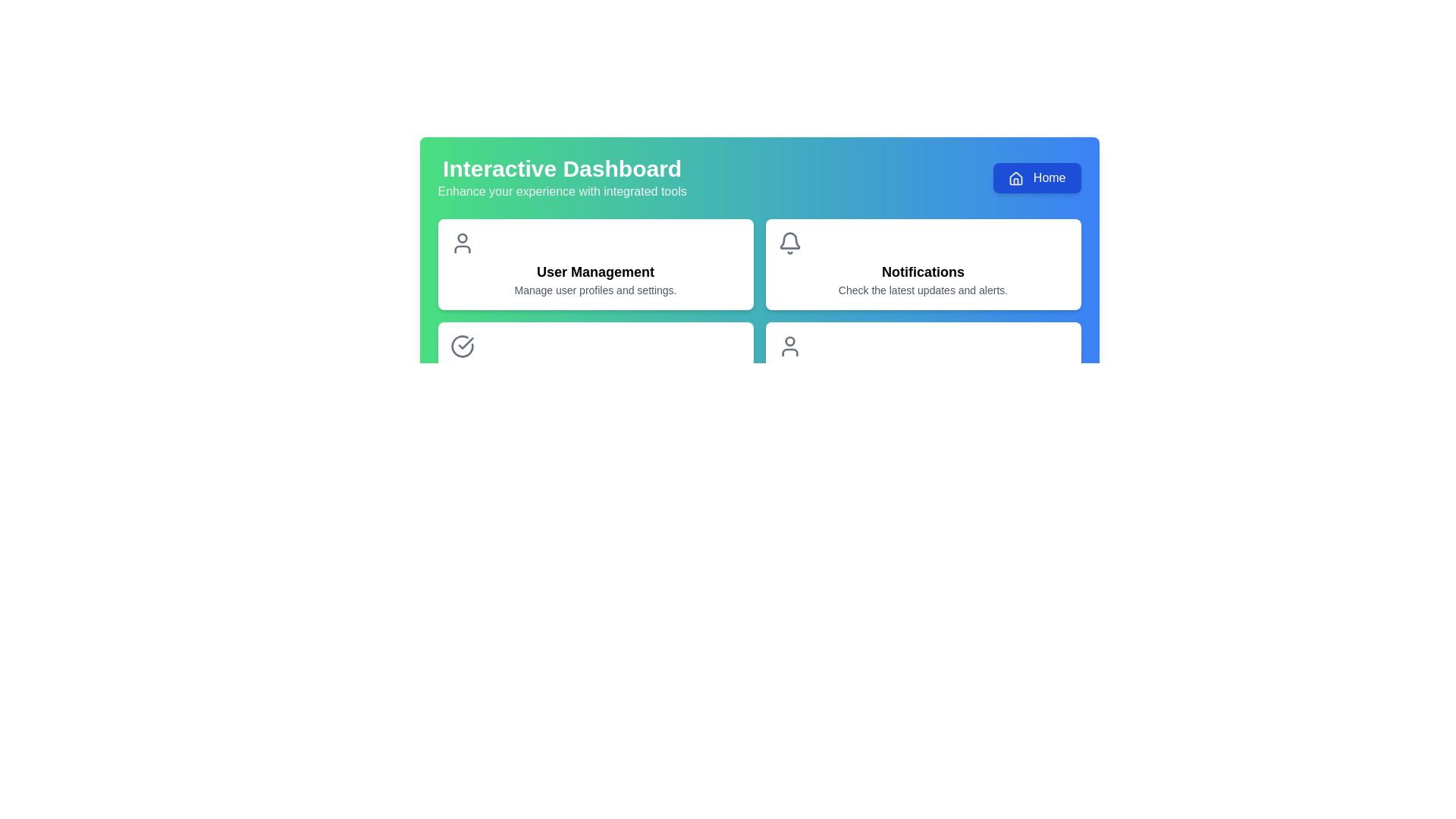  What do you see at coordinates (461, 242) in the screenshot?
I see `the user icon located in the top-left corner of the 'User Management' card, which symbolizes user-related functionality for managing profiles and settings` at bounding box center [461, 242].